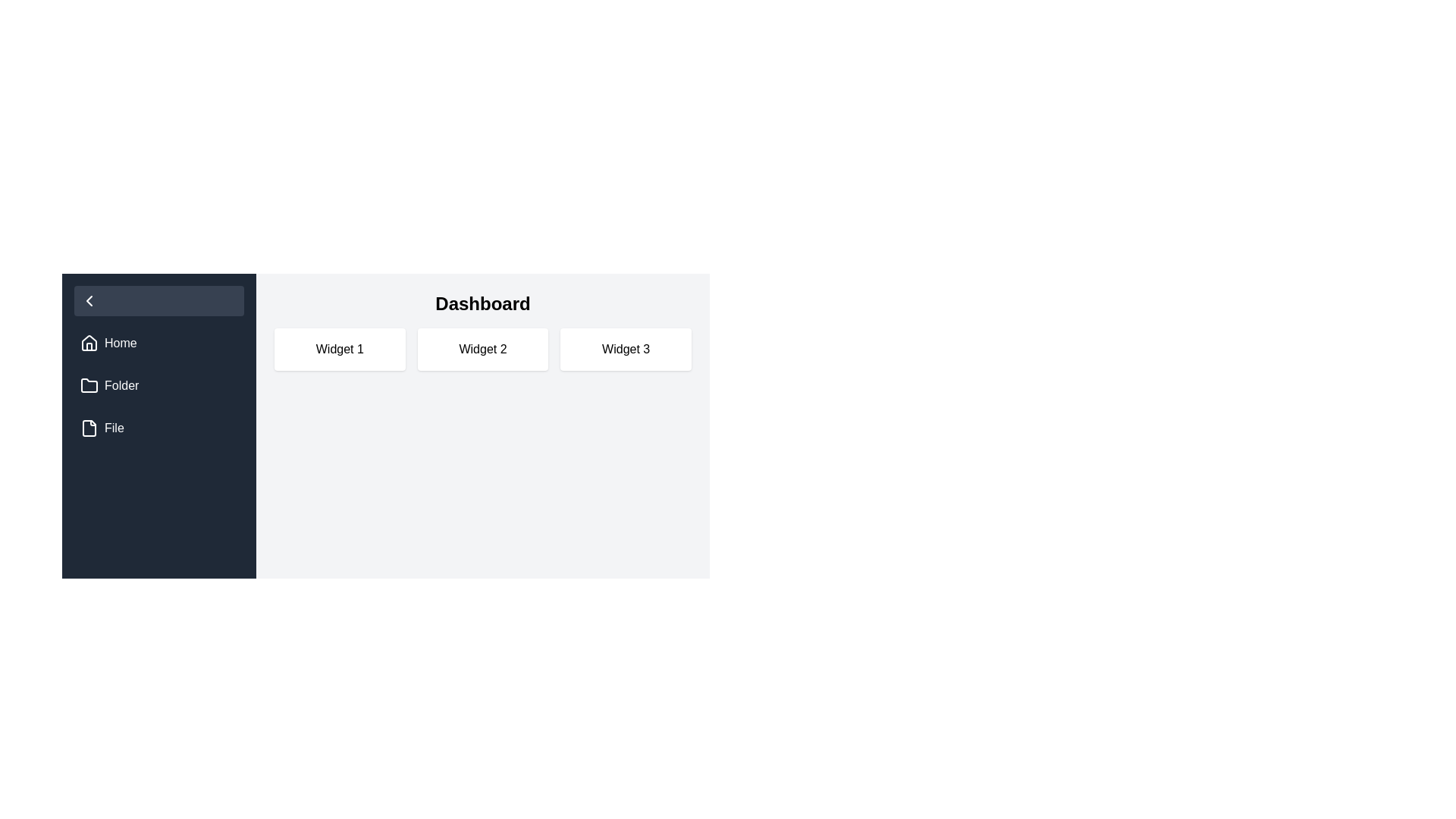 The height and width of the screenshot is (819, 1456). Describe the element at coordinates (159, 343) in the screenshot. I see `the 'Home' navigation link` at that location.